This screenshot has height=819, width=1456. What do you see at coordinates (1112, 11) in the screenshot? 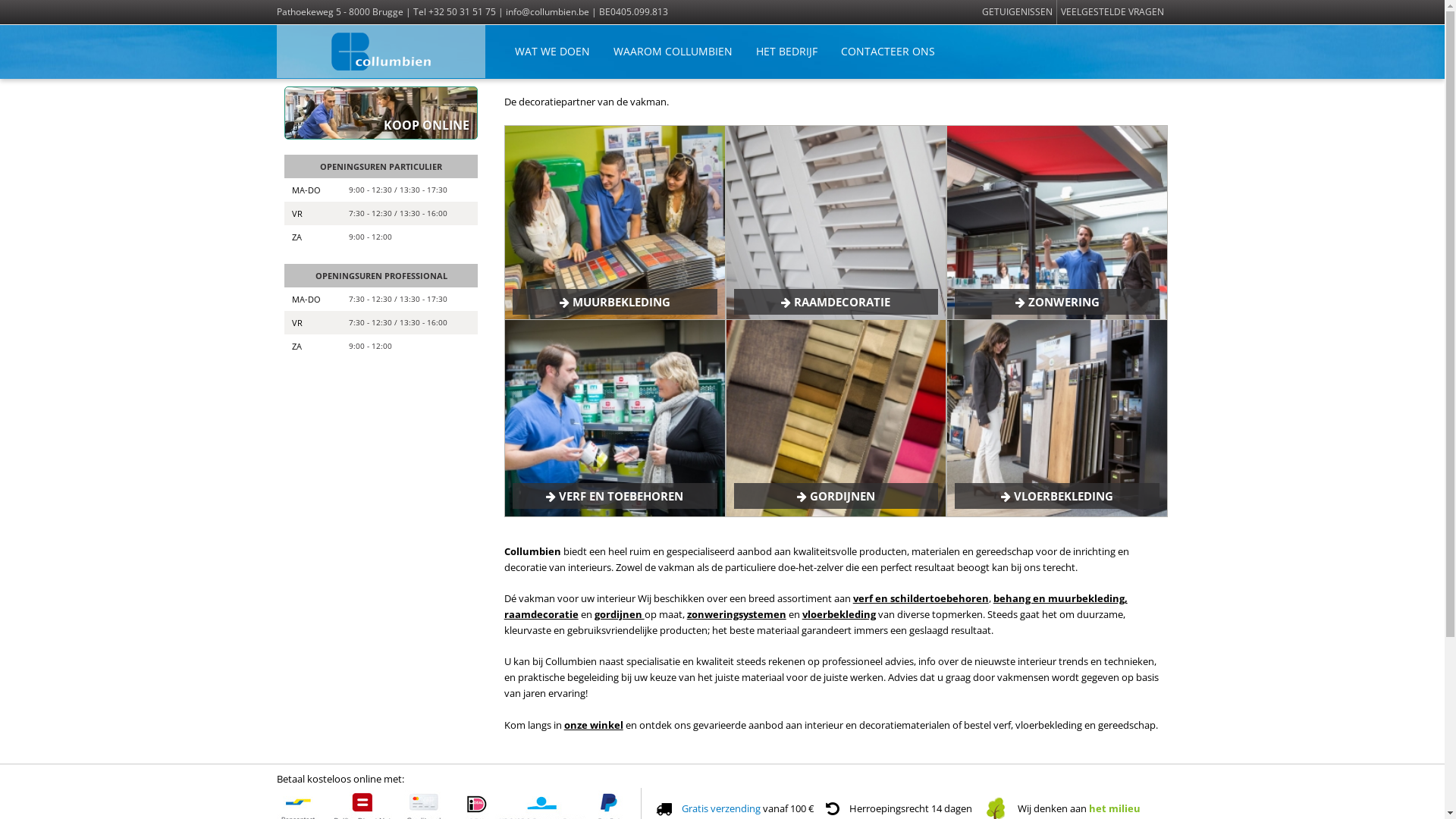
I see `'VEELGESTELDE VRAGEN'` at bounding box center [1112, 11].